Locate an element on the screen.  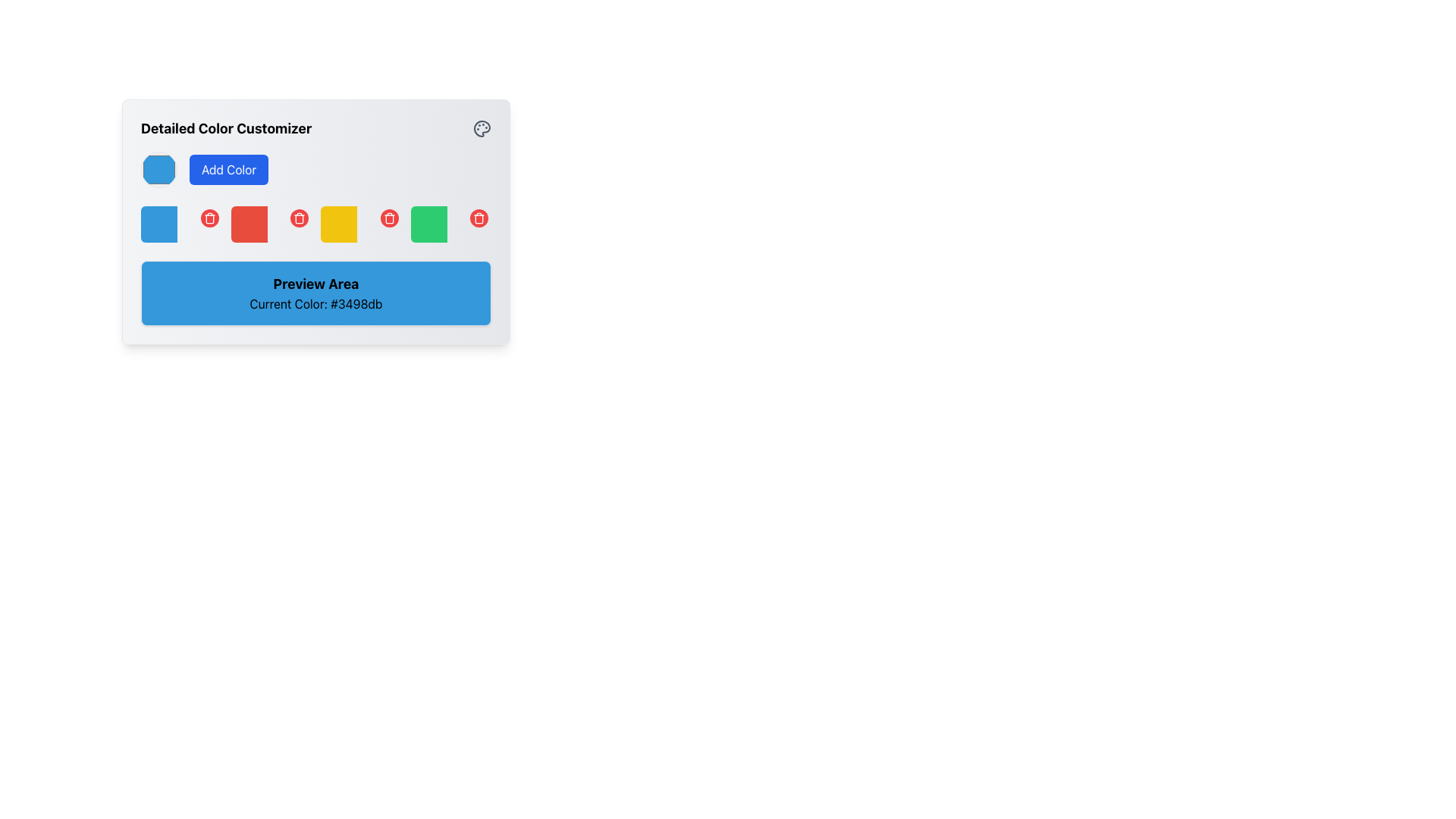
the delete button located to the right of the yellow square color swatch is located at coordinates (389, 218).